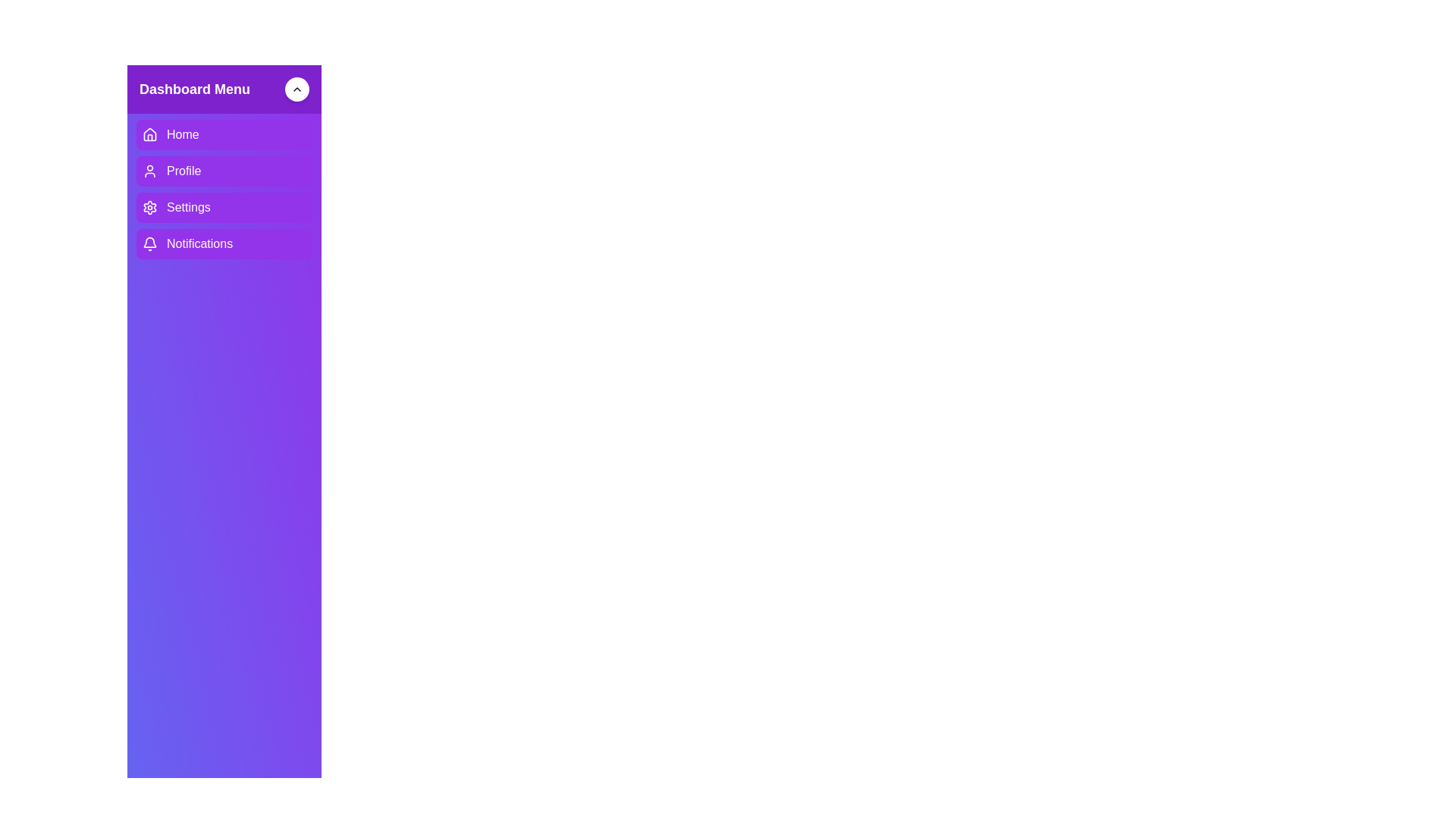  Describe the element at coordinates (297, 89) in the screenshot. I see `the upward-pointing chevron icon located at the center of the circular button in the top-right corner of the sidebar` at that location.